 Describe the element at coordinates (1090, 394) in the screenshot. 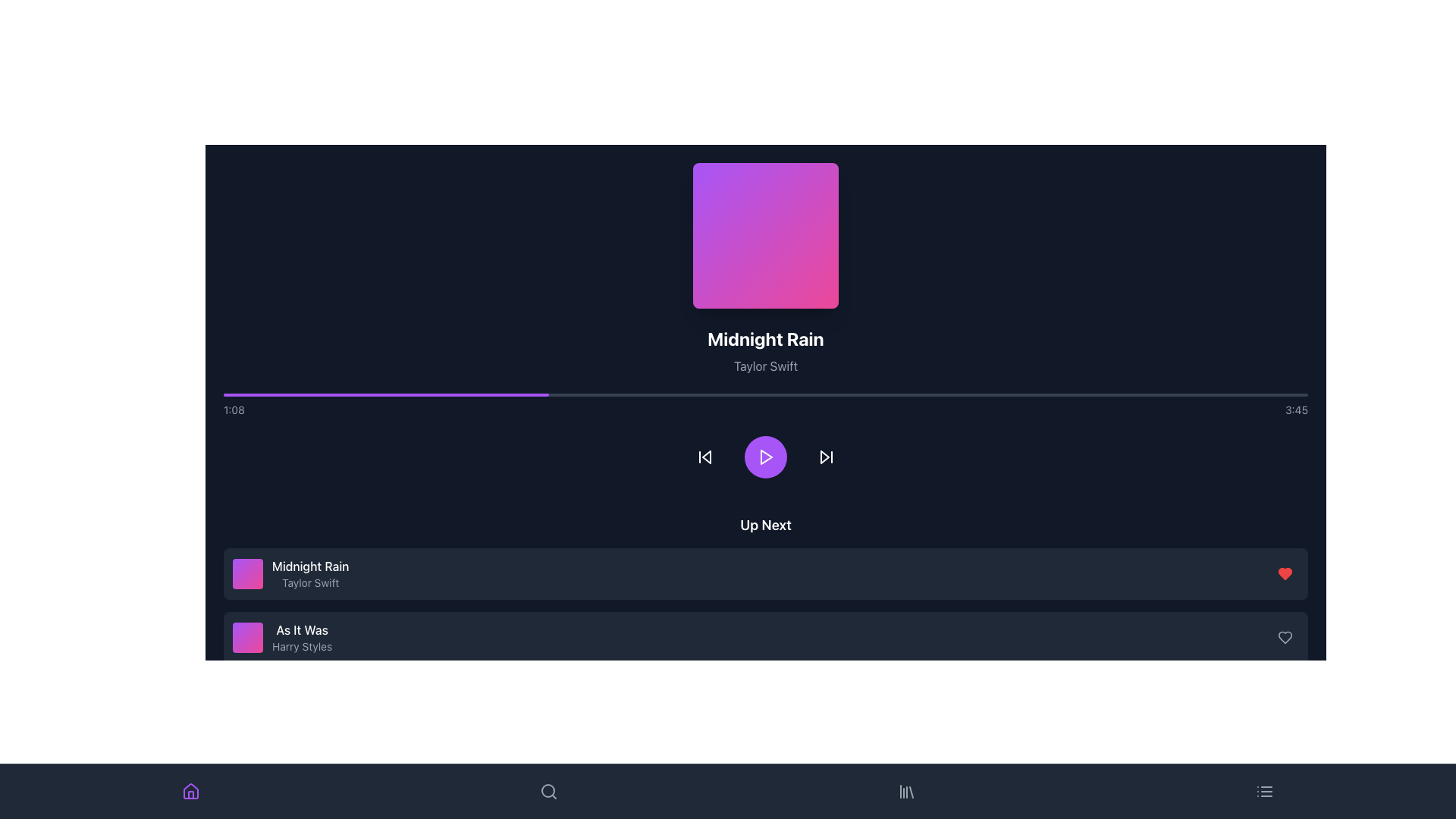

I see `the progress` at that location.